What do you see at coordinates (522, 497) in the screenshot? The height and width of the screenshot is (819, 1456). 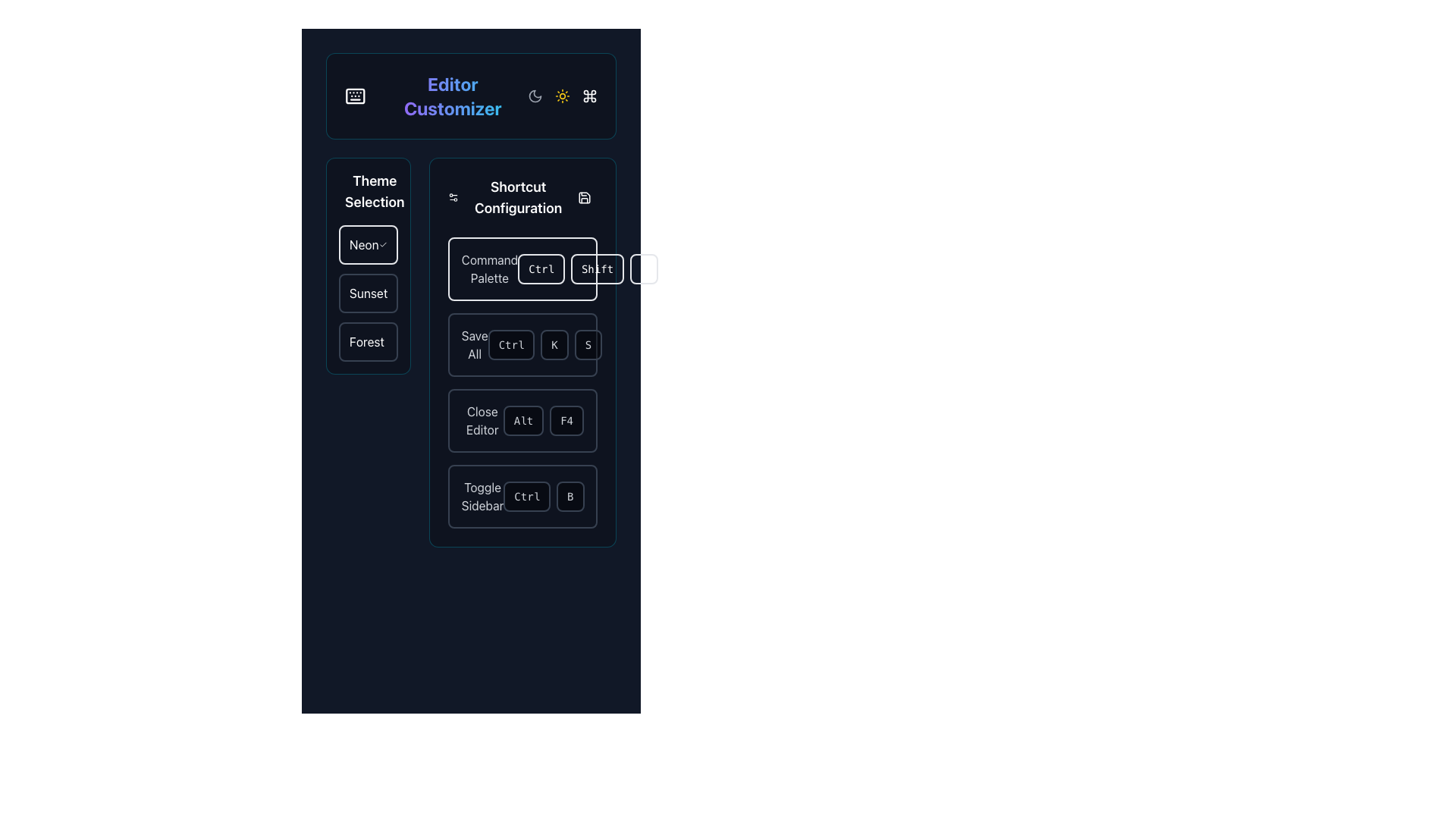 I see `the 'Toggle Sidebar' button, which has a dark background with rounded corners and is located at the bottom of the 'Shortcut Configuration' section` at bounding box center [522, 497].